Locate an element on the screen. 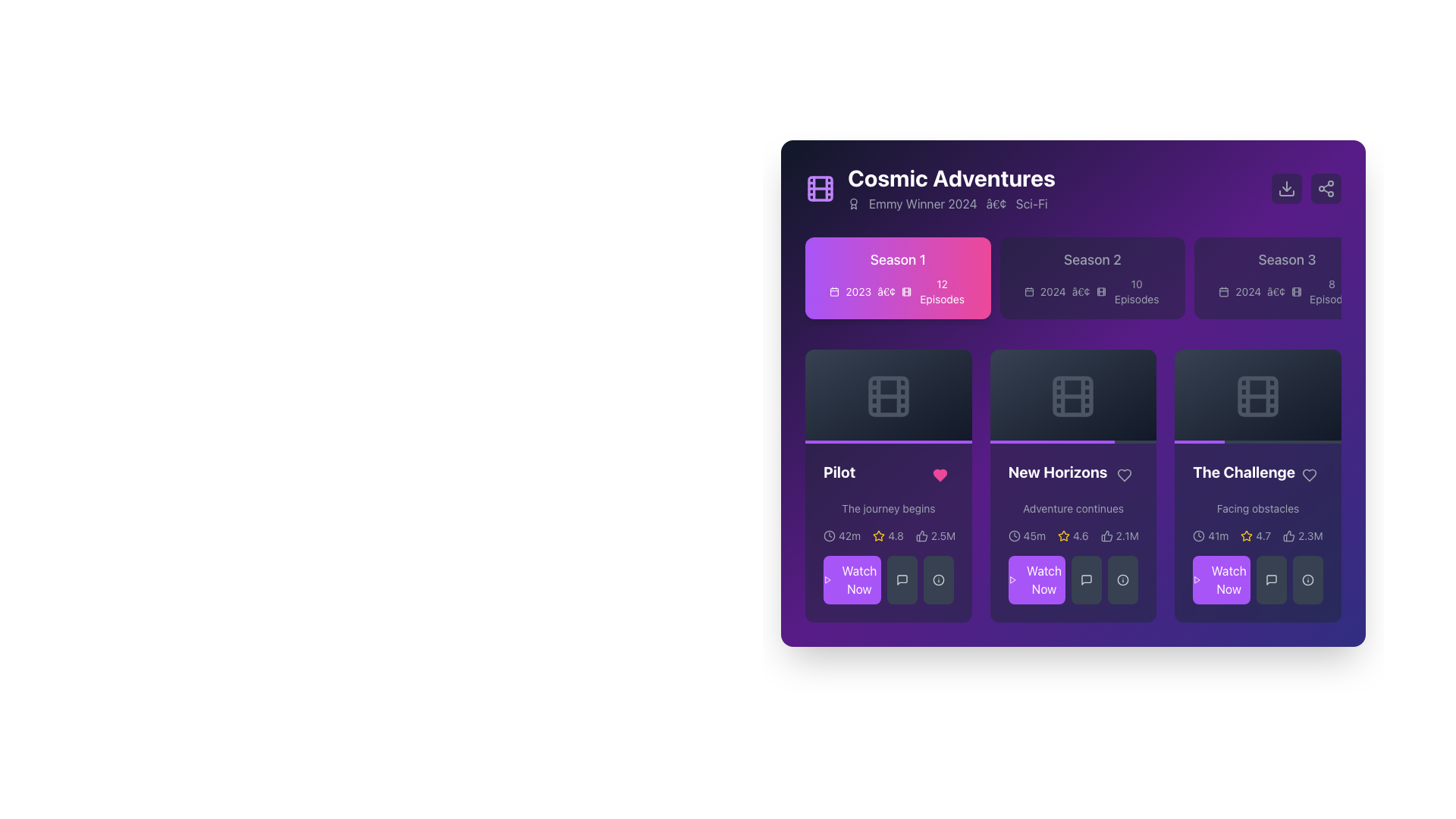 The width and height of the screenshot is (1456, 819). the square-shaped button with a light purple background and white text reading 'Watch Now' is located at coordinates (1072, 579).